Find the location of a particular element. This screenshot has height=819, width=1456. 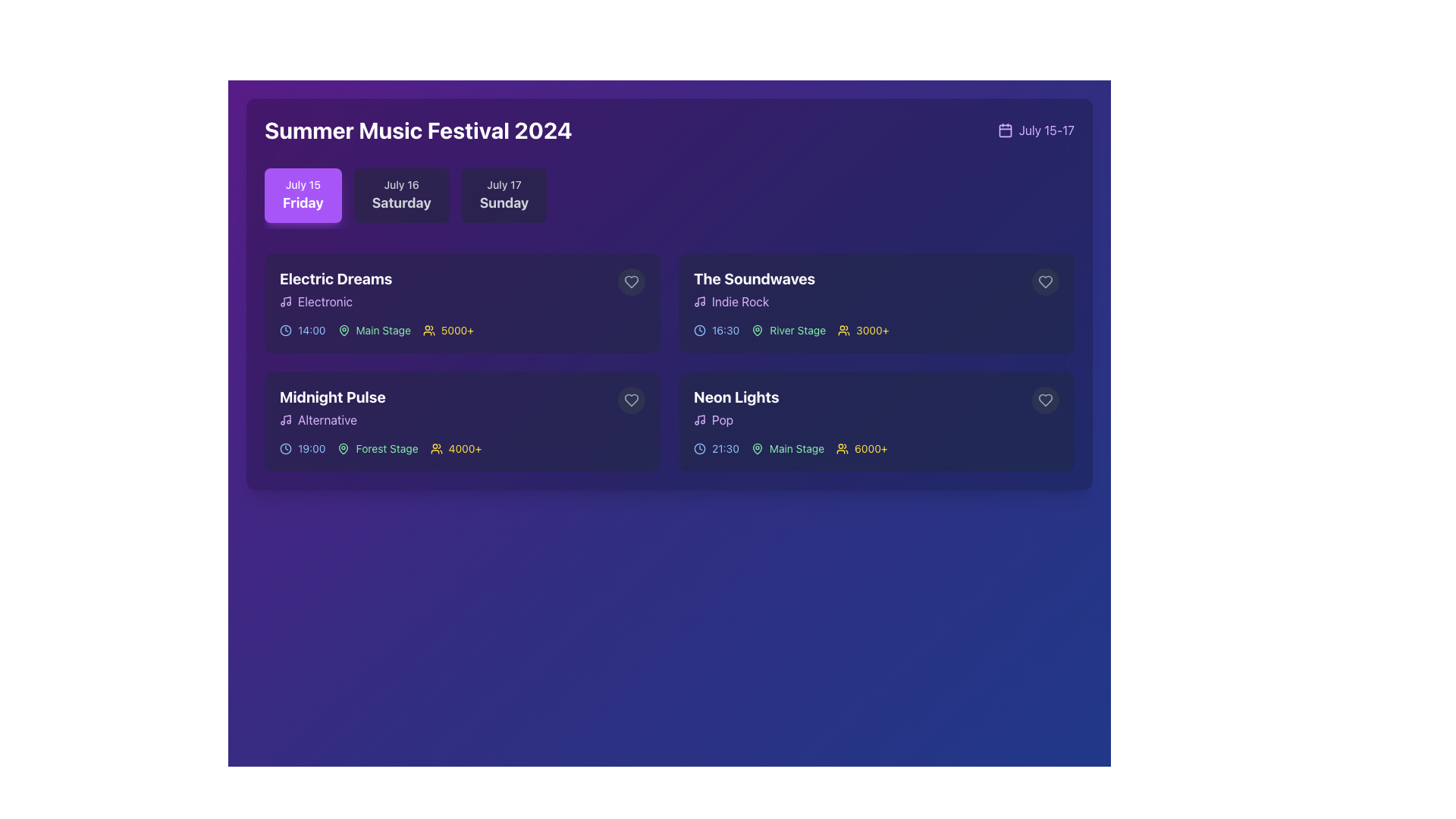

the bold, white text element displaying 'The Soundwaves', which is centered in the right-most card of the second row, above the subtitle 'Indie Rock' is located at coordinates (755, 278).